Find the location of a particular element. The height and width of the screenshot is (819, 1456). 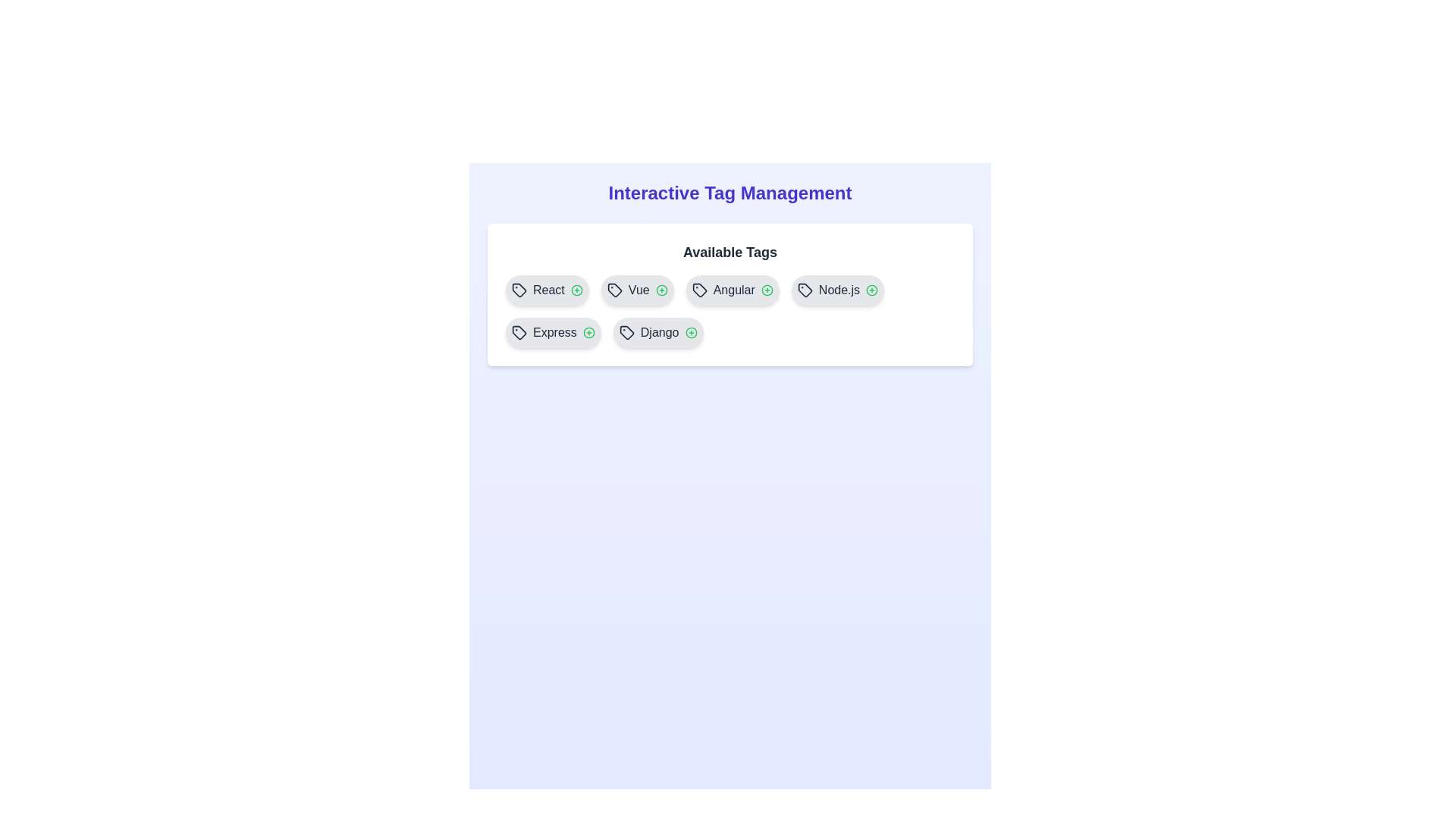

the fourth button is located at coordinates (836, 290).